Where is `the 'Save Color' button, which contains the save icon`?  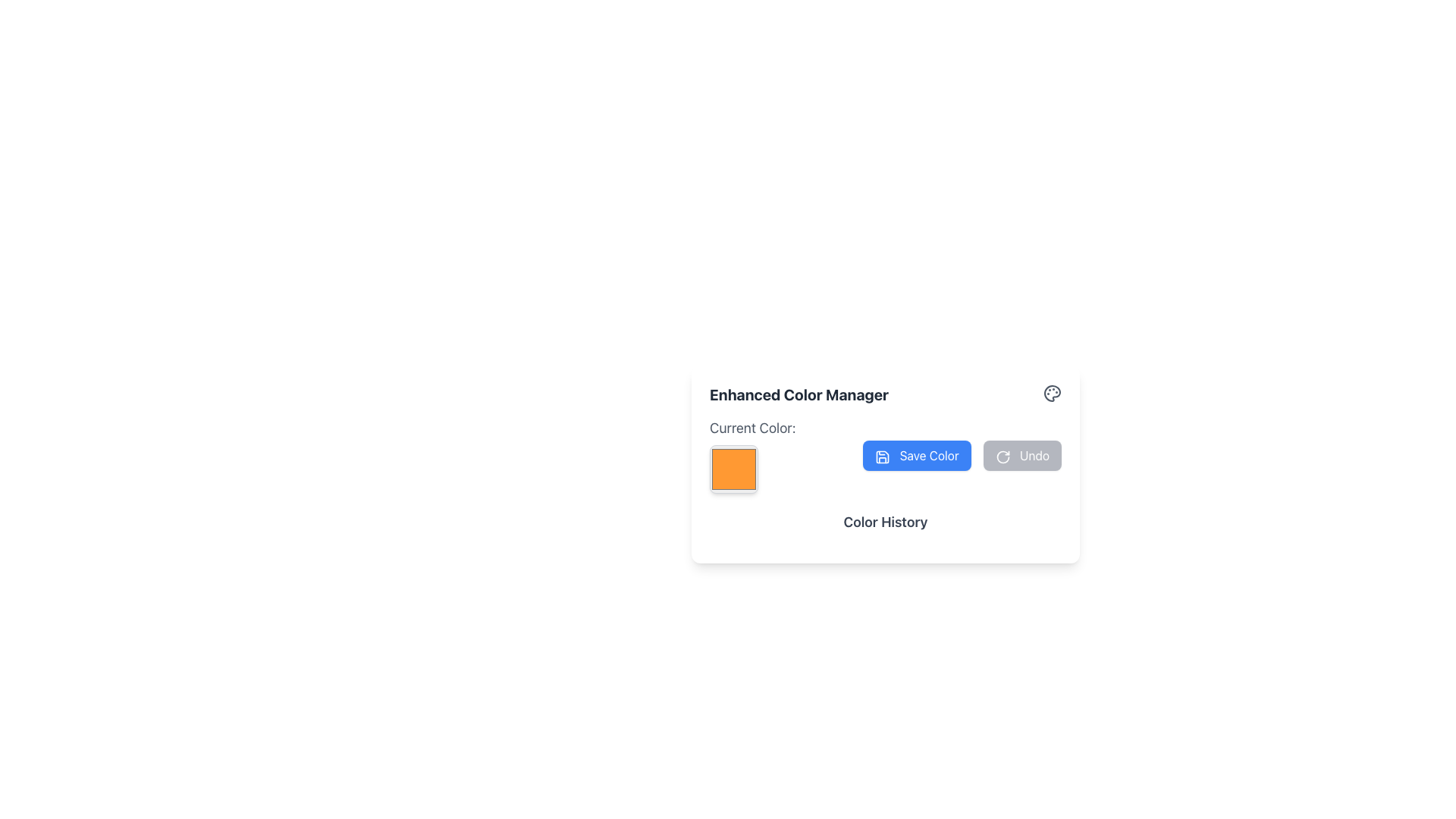 the 'Save Color' button, which contains the save icon is located at coordinates (883, 456).